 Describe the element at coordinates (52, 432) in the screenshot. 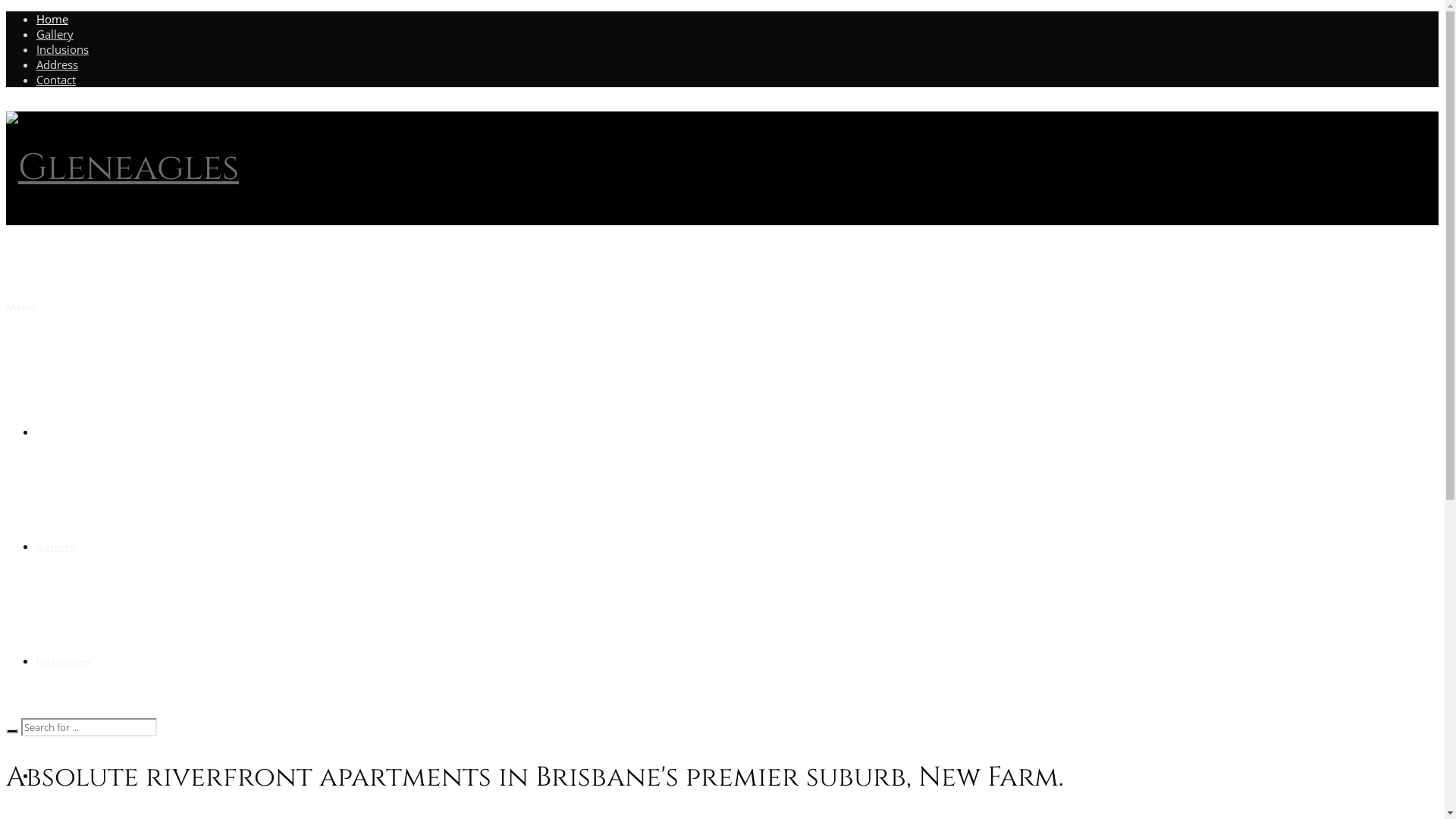

I see `'Home'` at that location.